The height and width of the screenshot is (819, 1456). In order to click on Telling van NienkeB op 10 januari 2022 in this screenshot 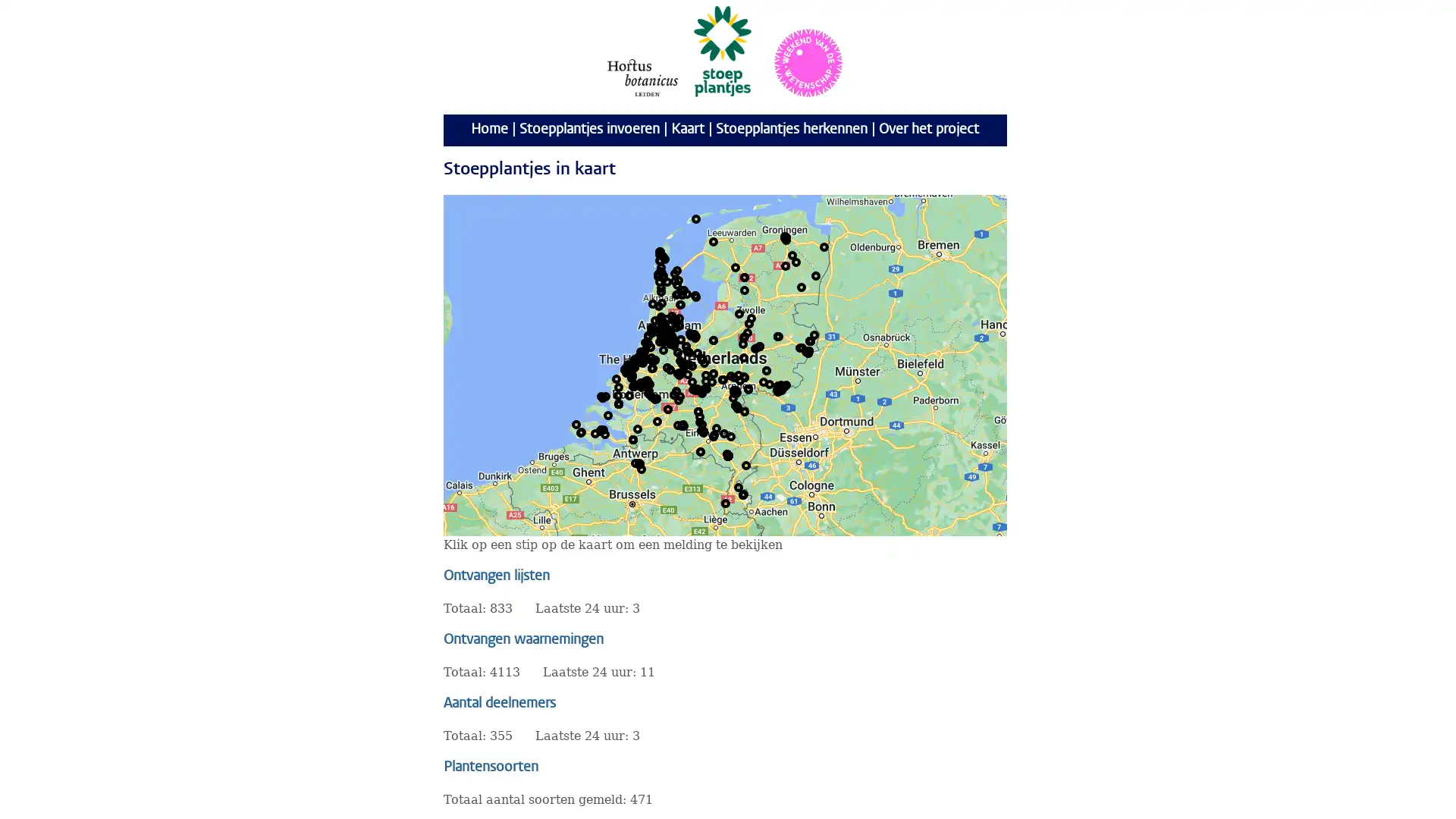, I will do `click(660, 318)`.